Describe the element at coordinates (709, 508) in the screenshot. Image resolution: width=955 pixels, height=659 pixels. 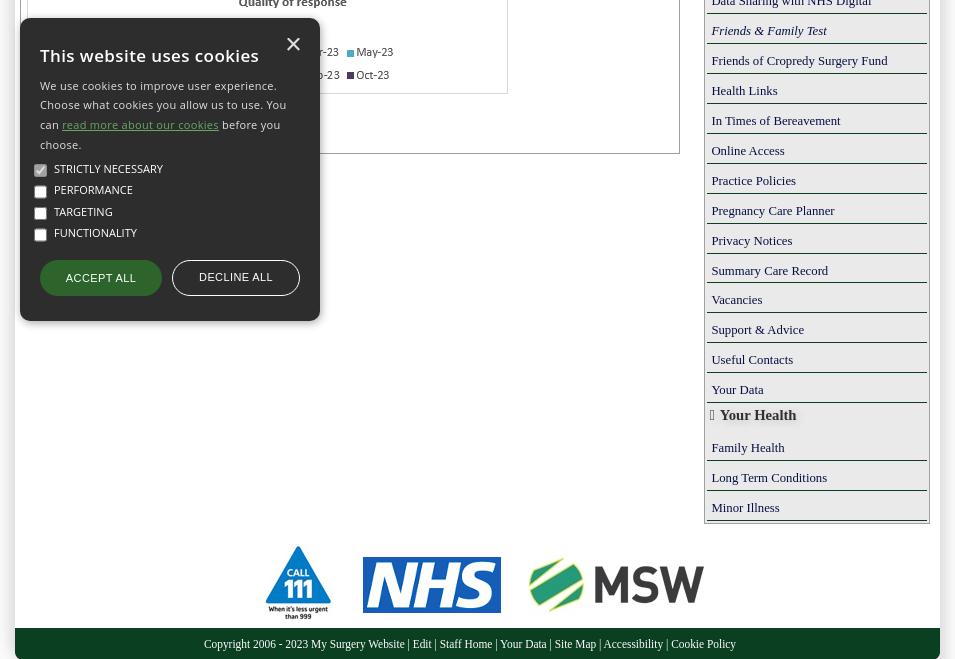
I see `'Minor Illness'` at that location.